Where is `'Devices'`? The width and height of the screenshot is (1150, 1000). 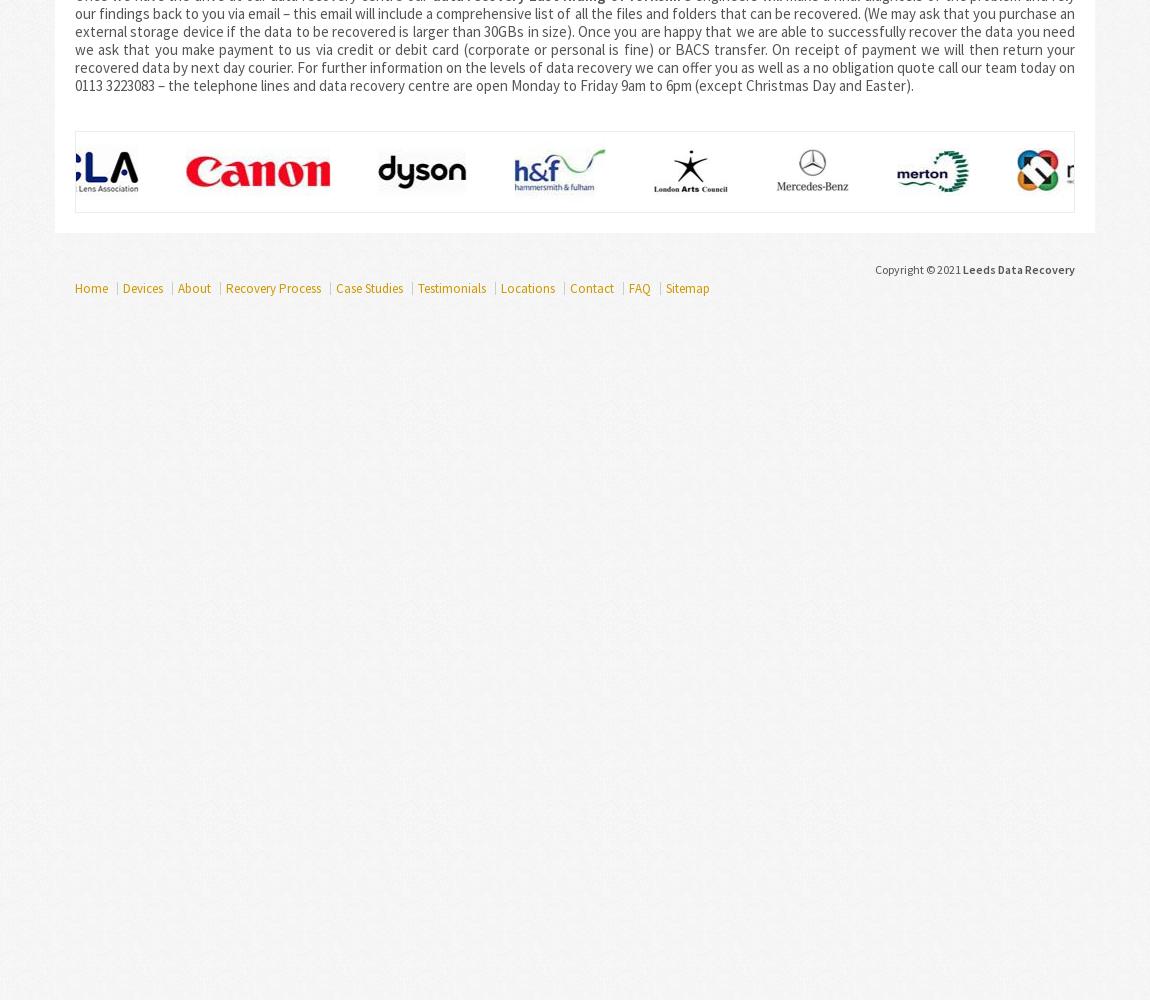 'Devices' is located at coordinates (141, 288).